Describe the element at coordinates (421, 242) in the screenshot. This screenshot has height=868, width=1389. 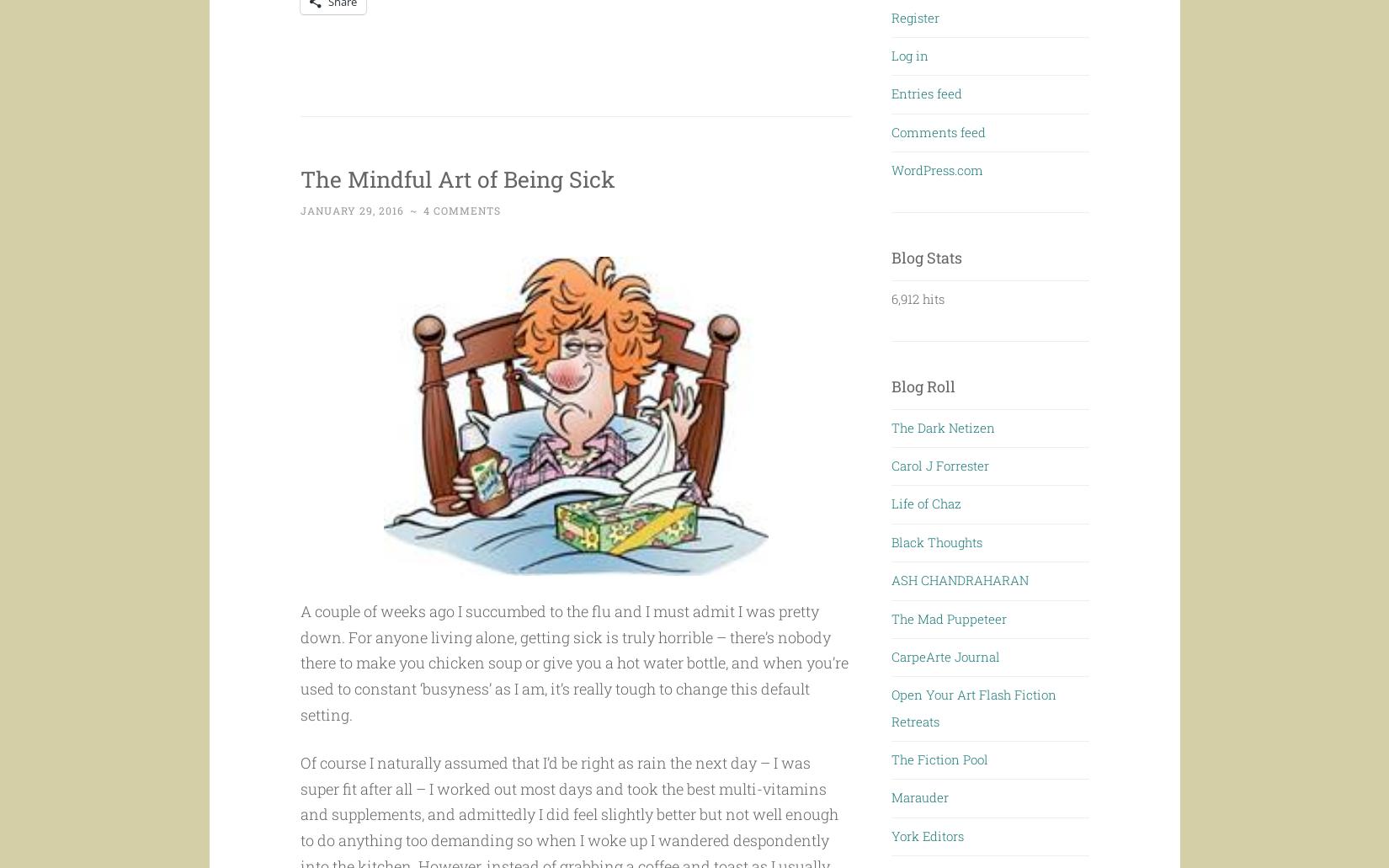
I see `'4 Comments'` at that location.